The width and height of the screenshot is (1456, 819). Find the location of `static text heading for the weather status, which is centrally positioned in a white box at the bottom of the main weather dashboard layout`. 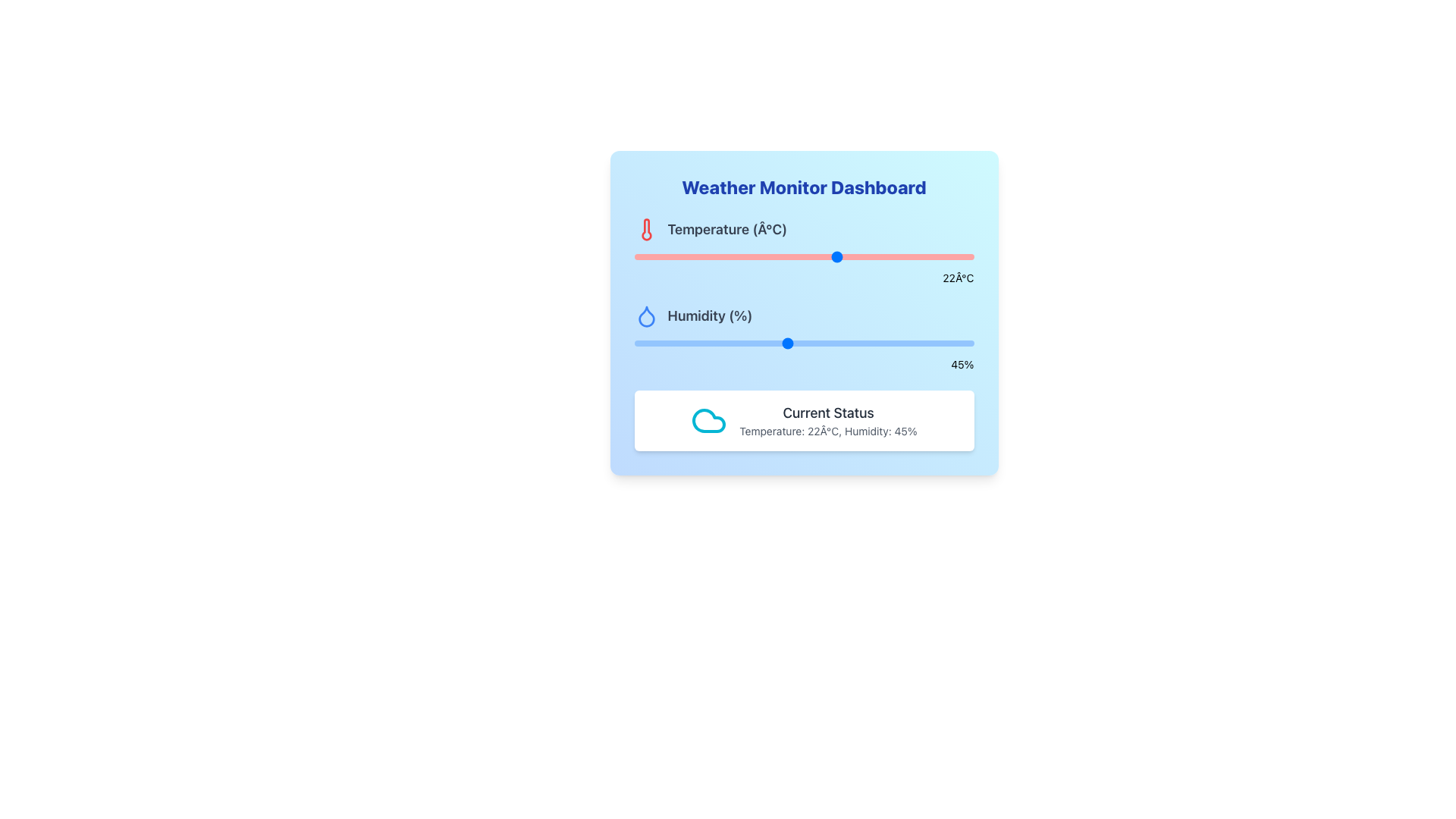

static text heading for the weather status, which is centrally positioned in a white box at the bottom of the main weather dashboard layout is located at coordinates (827, 413).